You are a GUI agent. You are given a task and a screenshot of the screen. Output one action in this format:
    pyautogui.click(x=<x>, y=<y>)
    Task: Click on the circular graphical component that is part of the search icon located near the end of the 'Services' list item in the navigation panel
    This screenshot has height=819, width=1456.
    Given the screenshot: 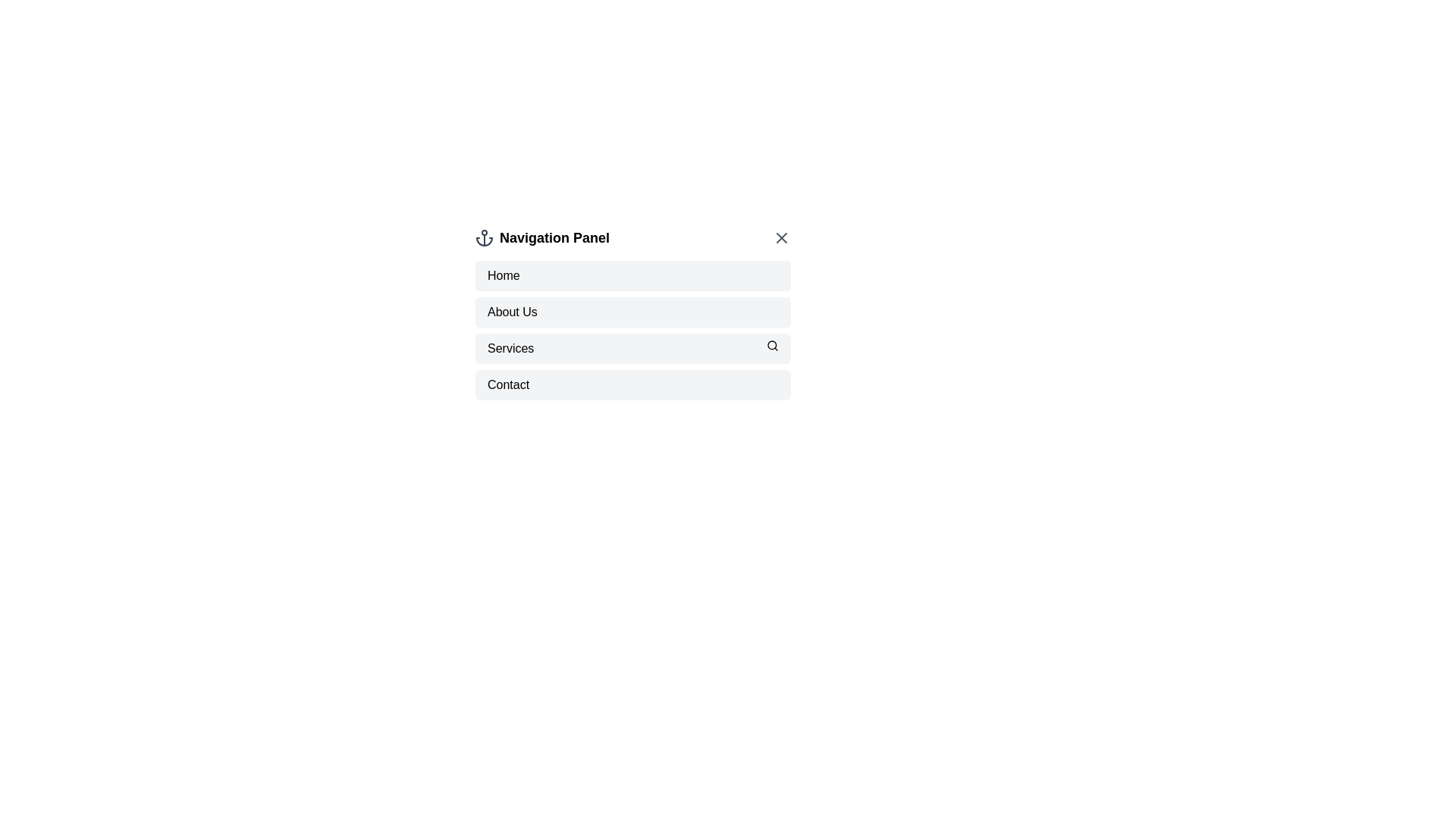 What is the action you would take?
    pyautogui.click(x=772, y=345)
    